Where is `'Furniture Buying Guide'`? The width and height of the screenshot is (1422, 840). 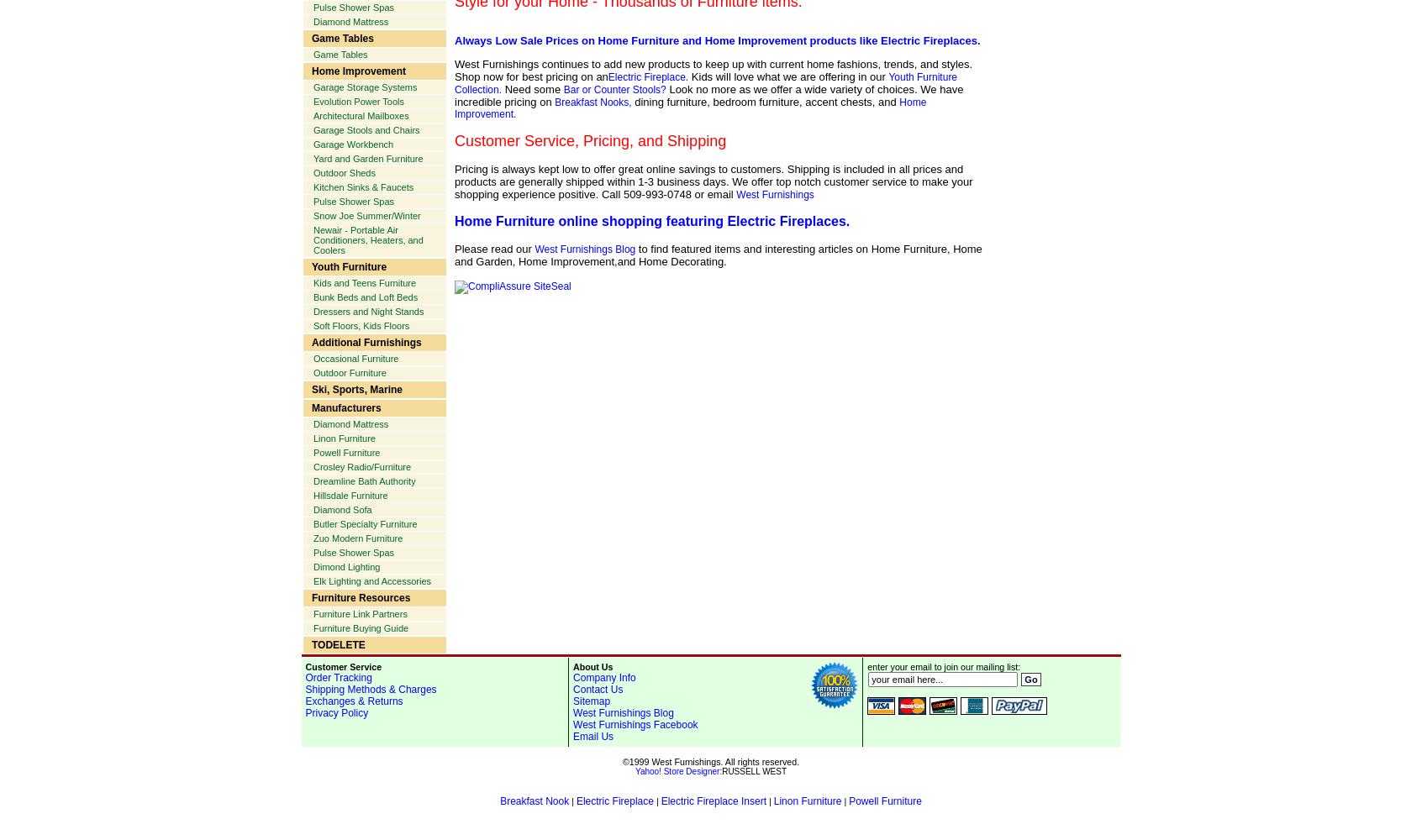 'Furniture Buying Guide' is located at coordinates (360, 627).